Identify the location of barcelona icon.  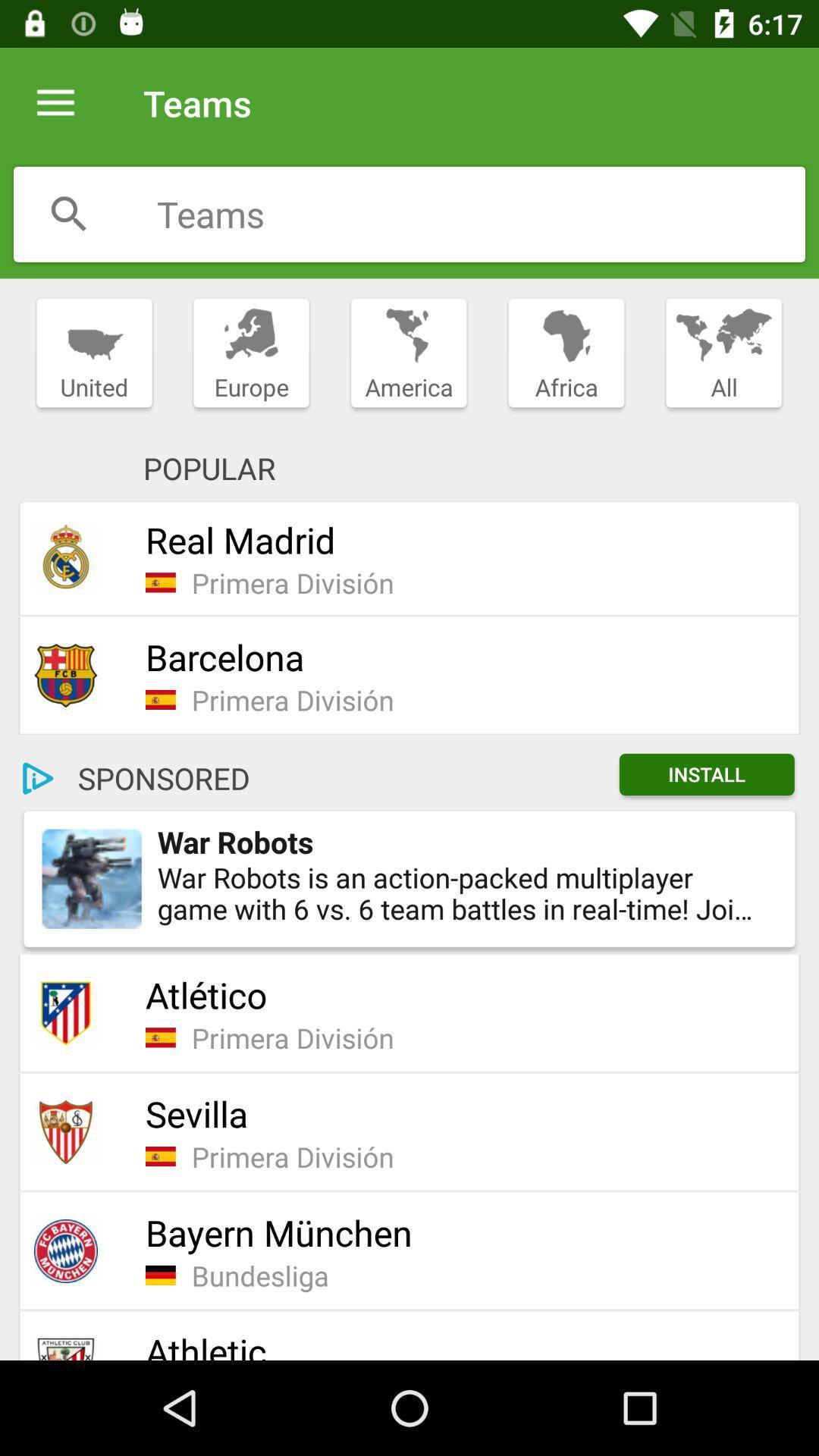
(461, 657).